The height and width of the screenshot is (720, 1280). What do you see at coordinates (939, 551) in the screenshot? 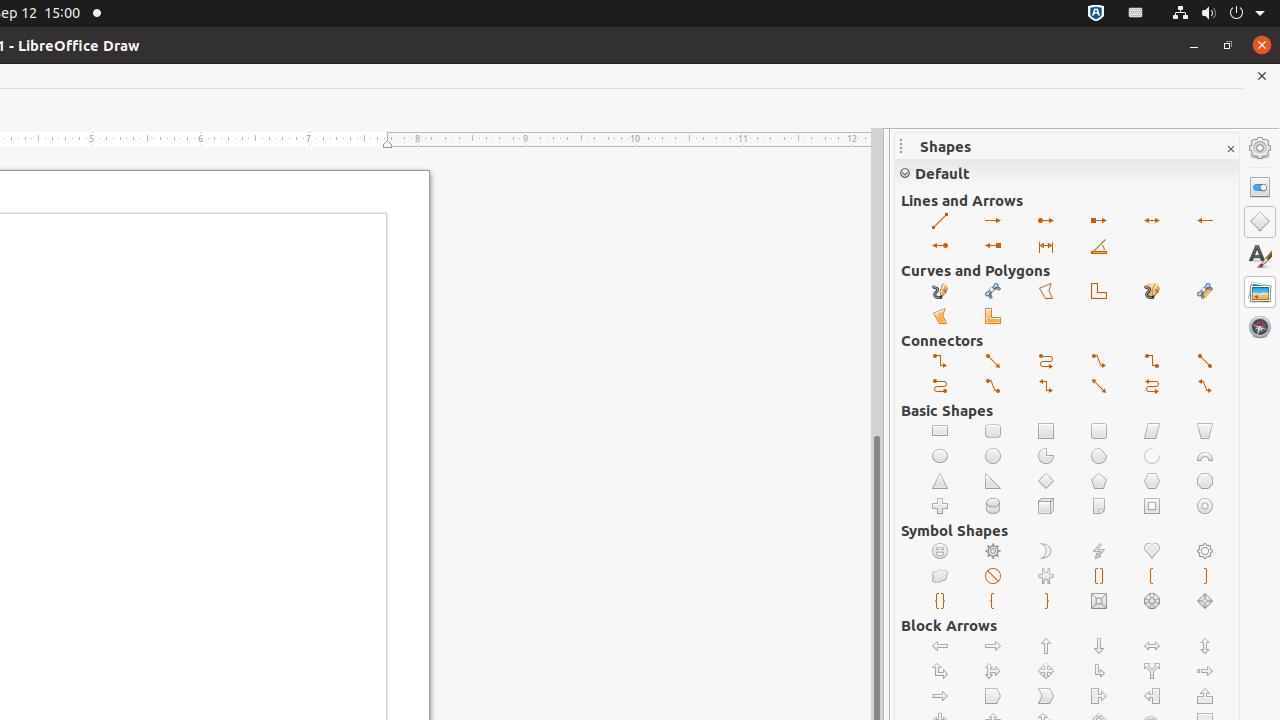
I see `'Smiley Face'` at bounding box center [939, 551].